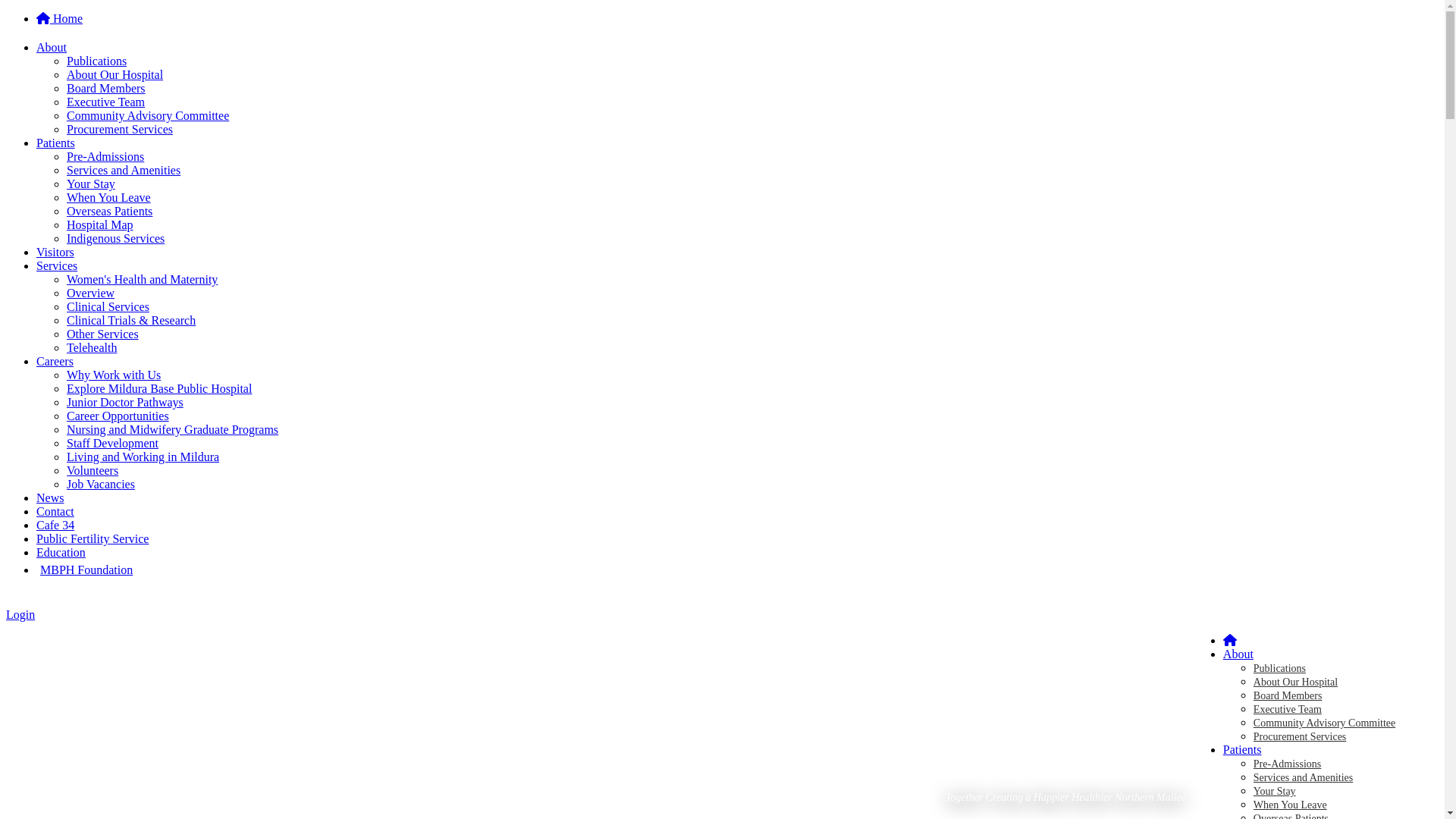 This screenshot has height=819, width=1456. I want to click on 'Careers', so click(36, 361).